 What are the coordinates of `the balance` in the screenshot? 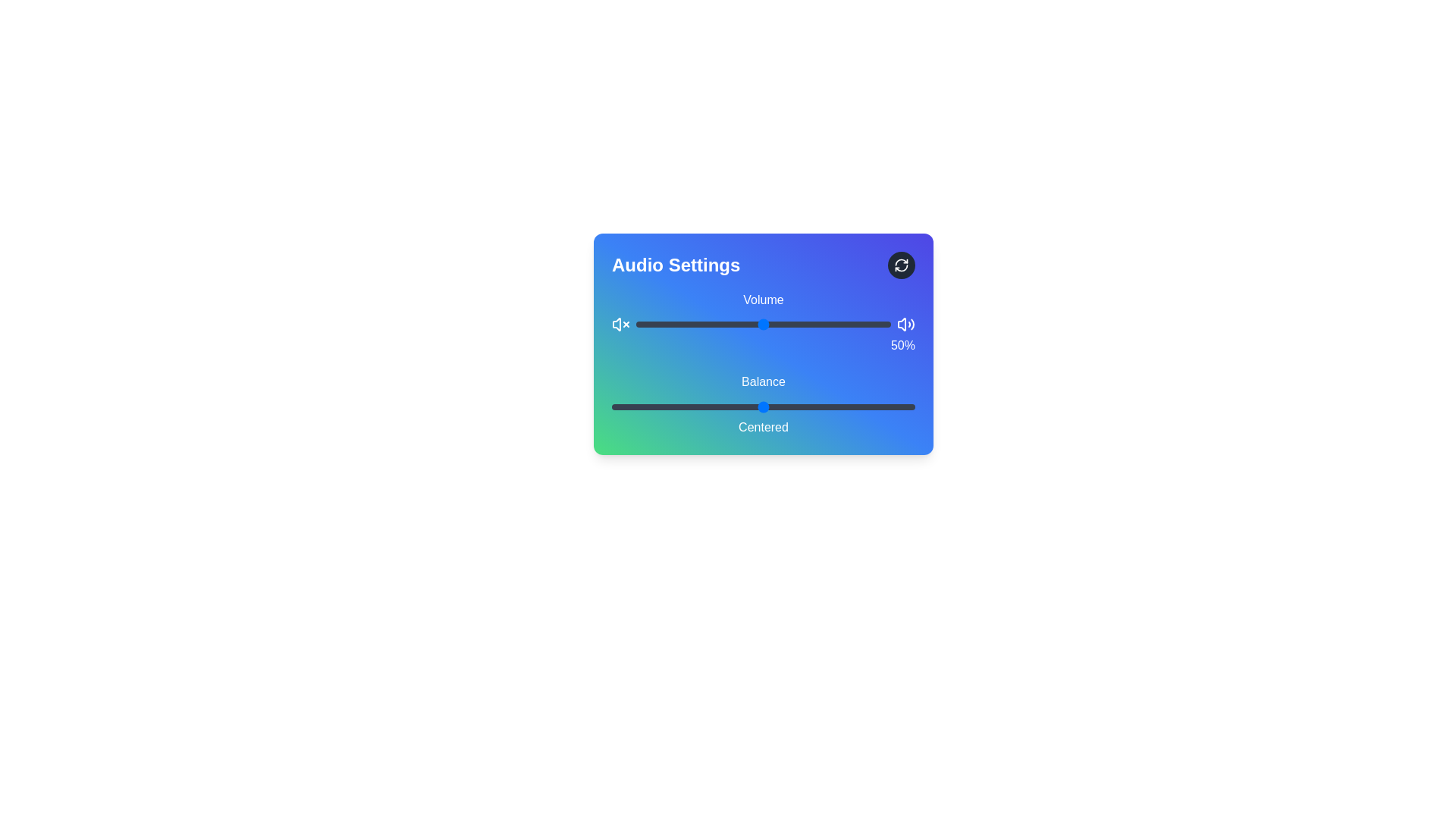 It's located at (645, 406).